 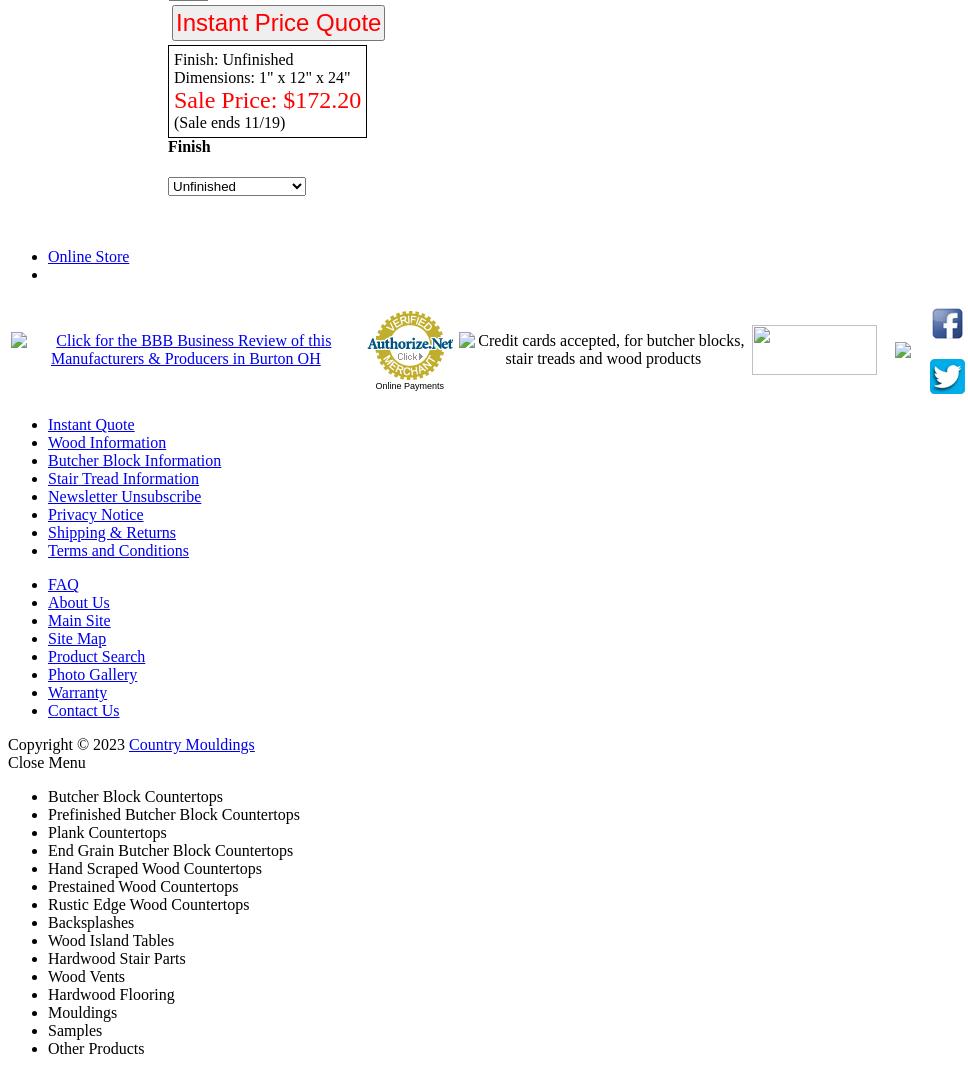 I want to click on 'Mouldings', so click(x=47, y=1012).